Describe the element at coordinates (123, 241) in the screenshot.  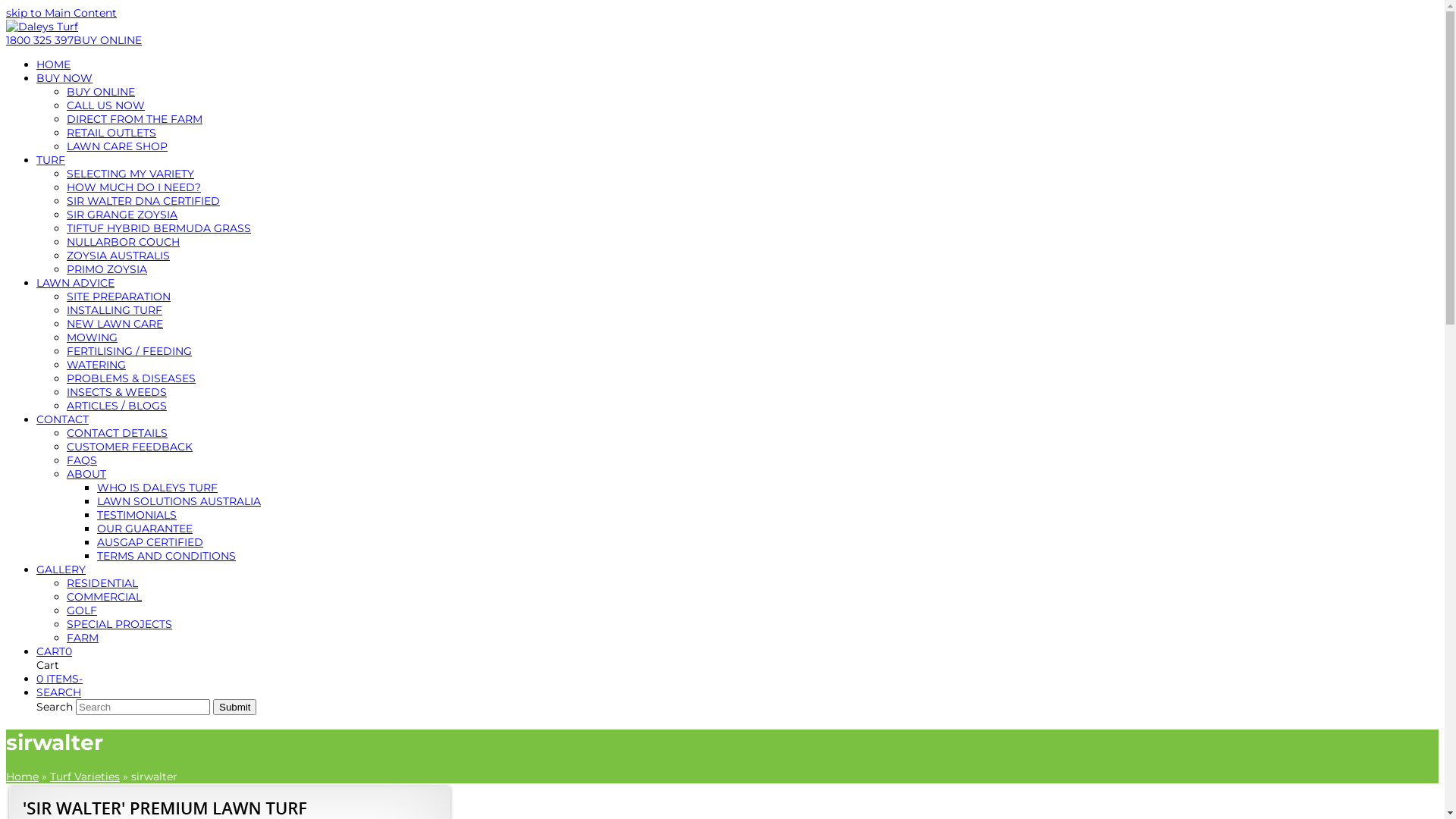
I see `'NULLARBOR COUCH'` at that location.